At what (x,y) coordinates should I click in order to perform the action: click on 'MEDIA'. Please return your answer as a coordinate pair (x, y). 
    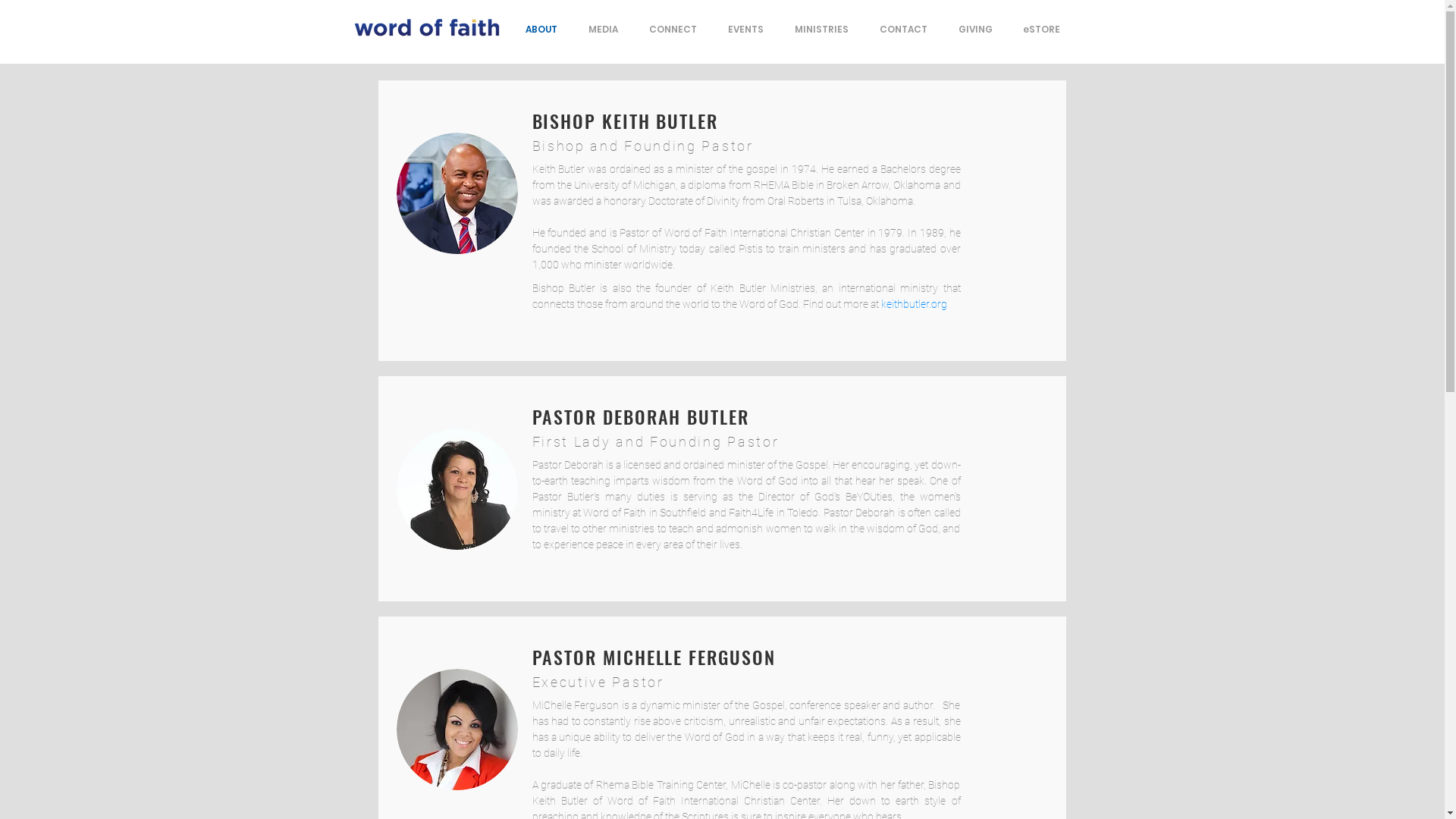
    Looking at the image, I should click on (603, 29).